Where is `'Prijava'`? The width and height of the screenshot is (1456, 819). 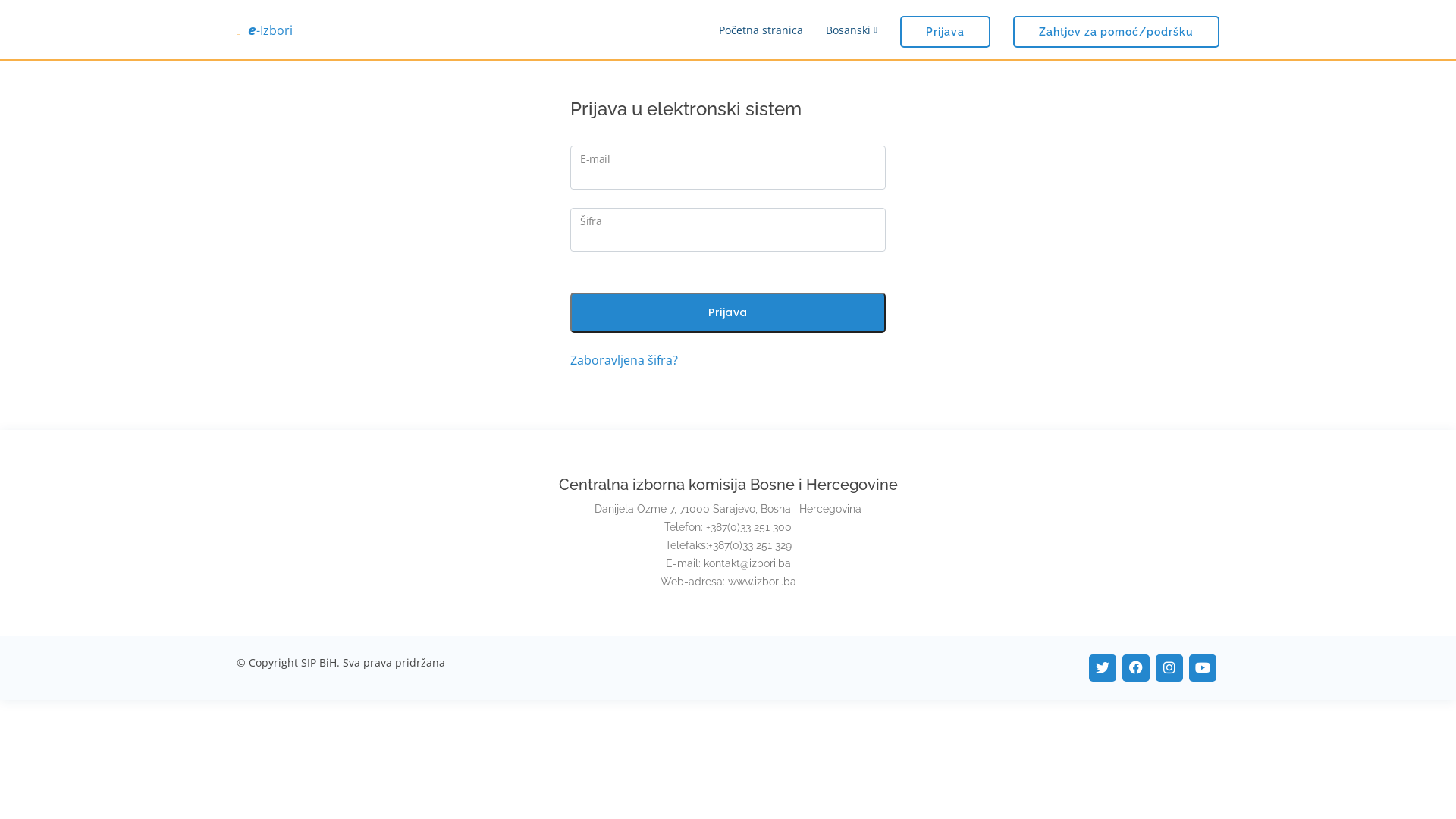 'Prijava' is located at coordinates (728, 312).